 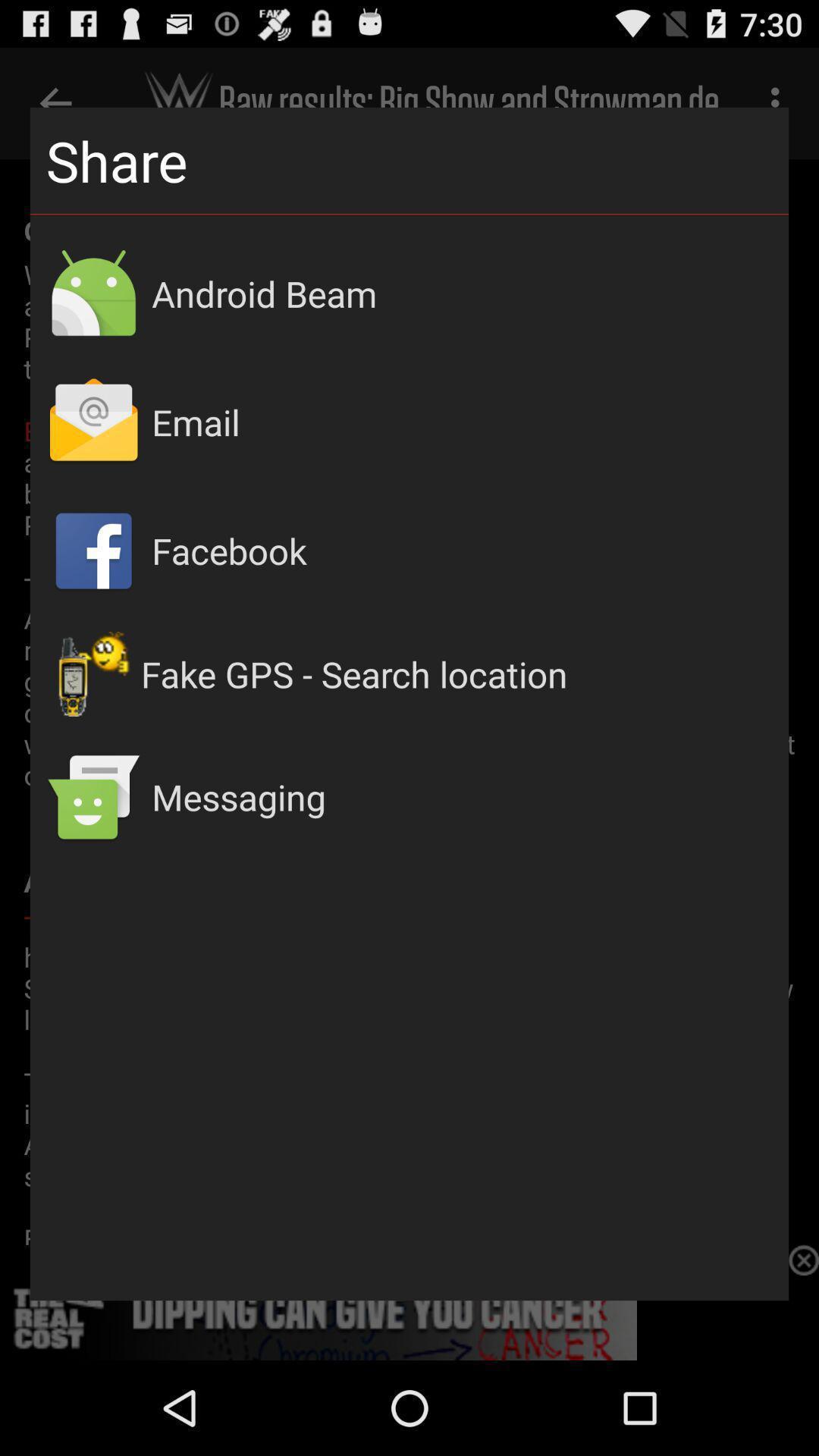 I want to click on android beam icon, so click(x=461, y=293).